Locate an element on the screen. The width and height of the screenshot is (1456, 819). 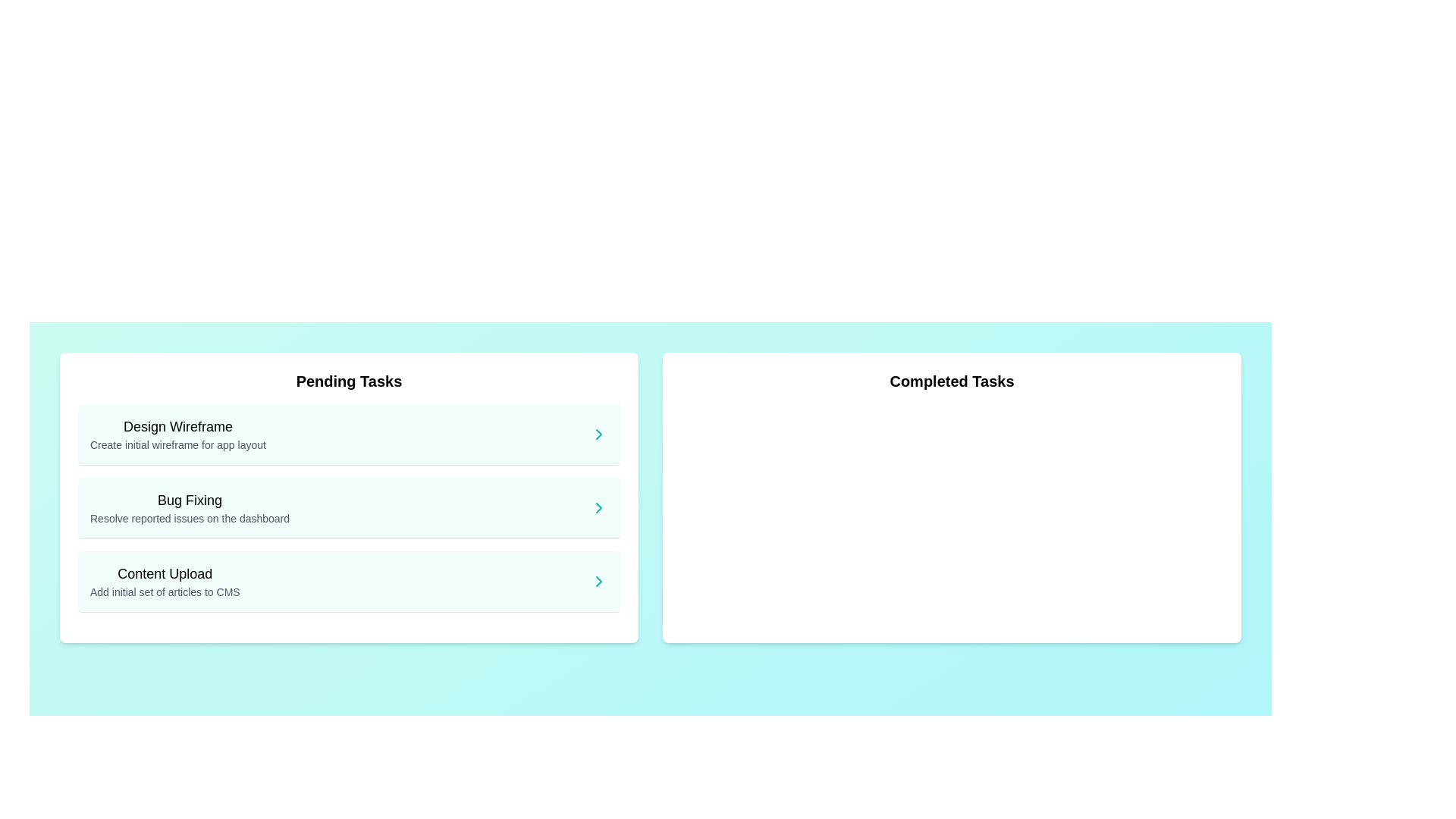
the 'Design Wireframe' task card with a light teal background is located at coordinates (348, 435).